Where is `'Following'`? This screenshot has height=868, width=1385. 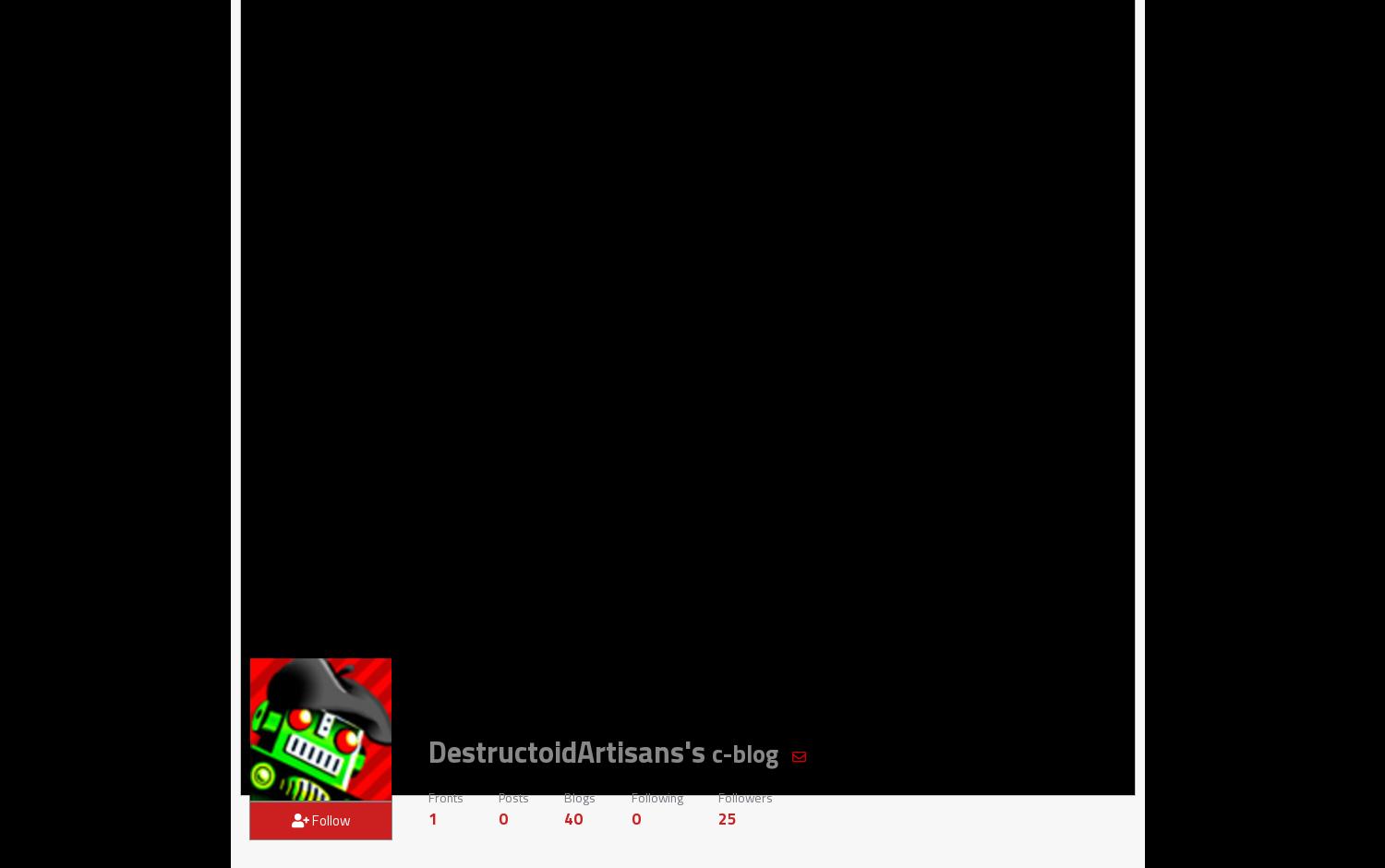
'Following' is located at coordinates (656, 796).